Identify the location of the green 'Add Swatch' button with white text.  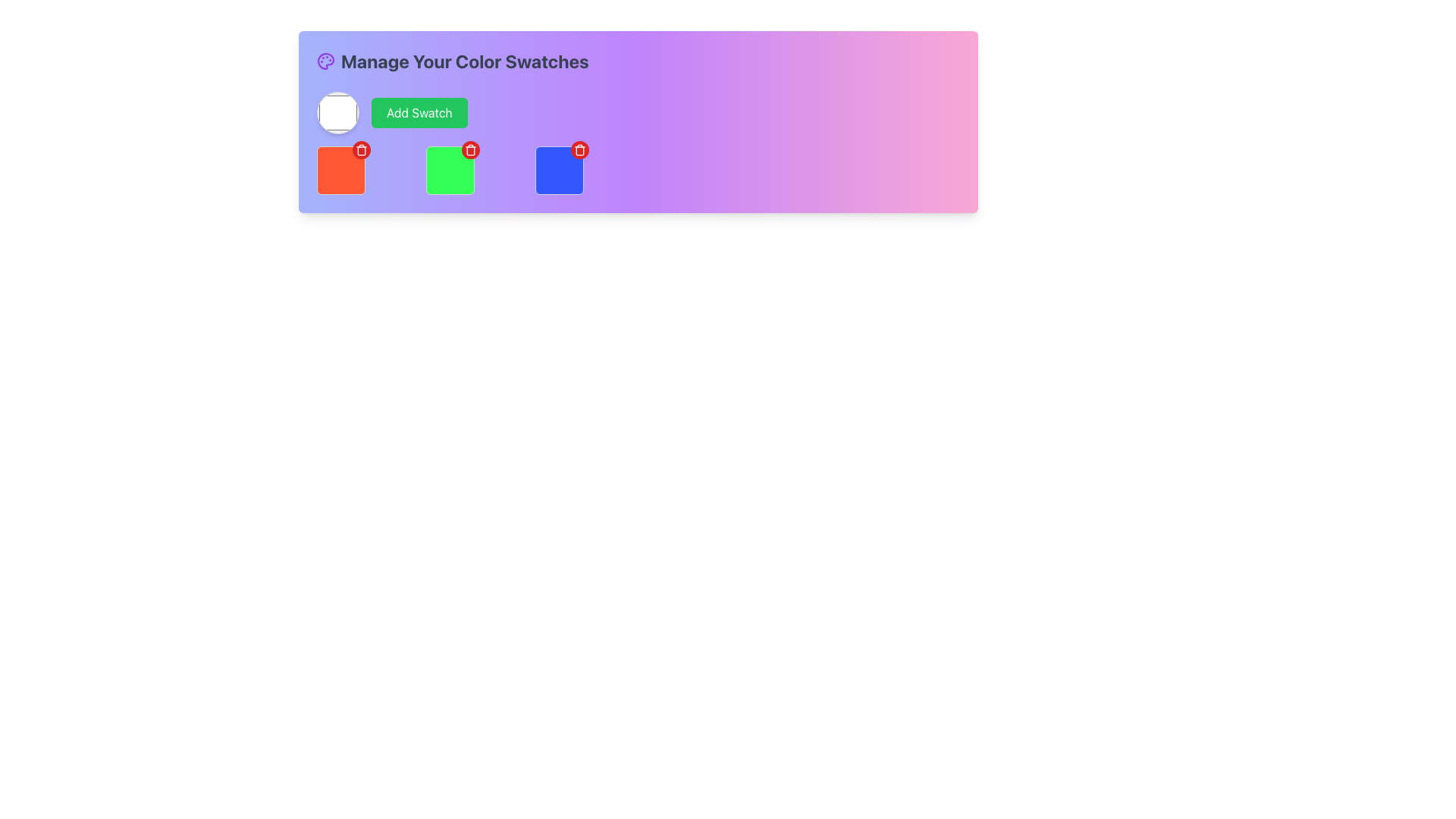
(419, 112).